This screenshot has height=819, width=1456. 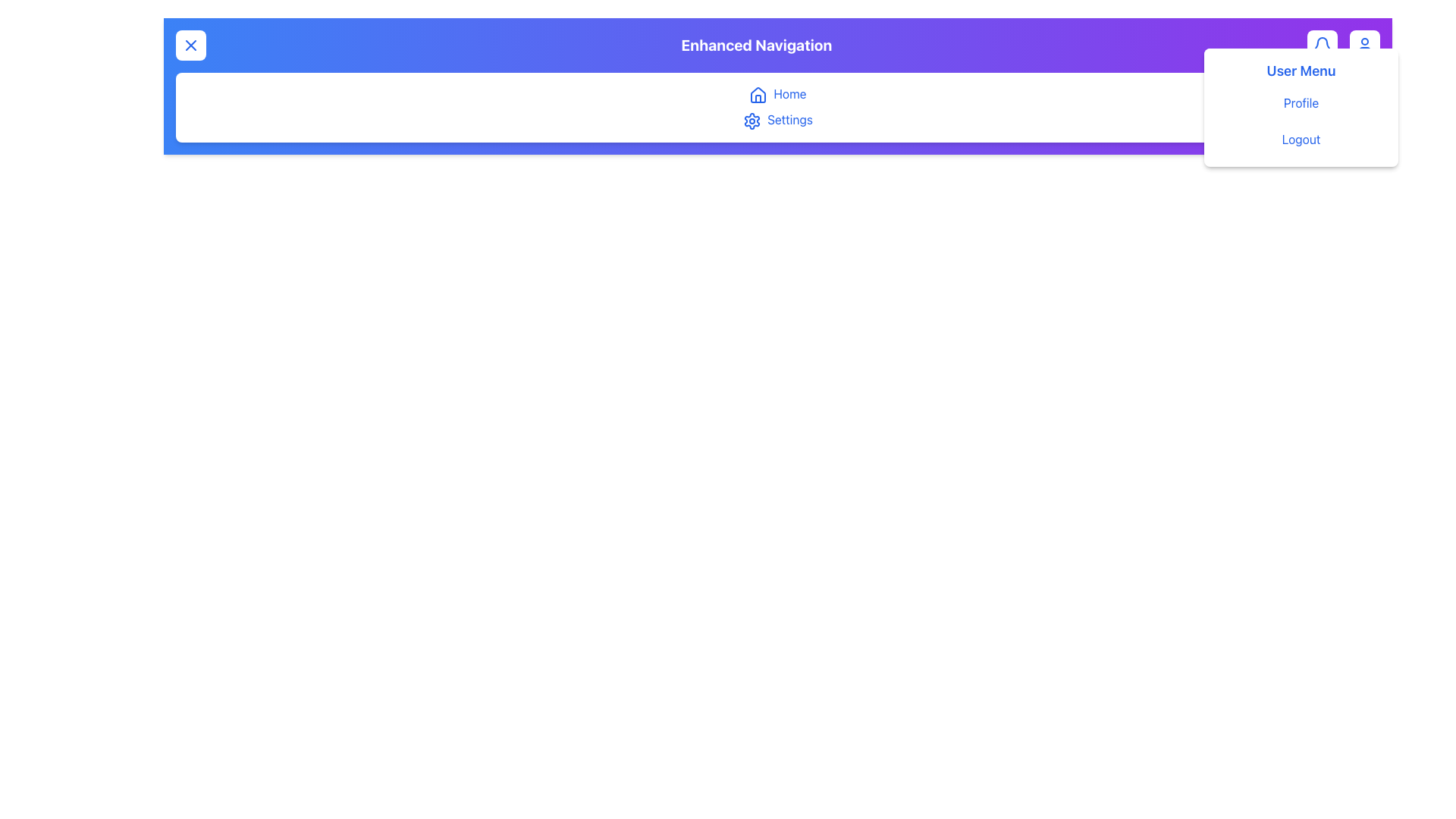 What do you see at coordinates (778, 106) in the screenshot?
I see `the 'Settings' label in the Navigation Menu, which is a vertically stacked list containing a gear icon and the text 'Settings', styled with a blue outline and underlined on hover` at bounding box center [778, 106].